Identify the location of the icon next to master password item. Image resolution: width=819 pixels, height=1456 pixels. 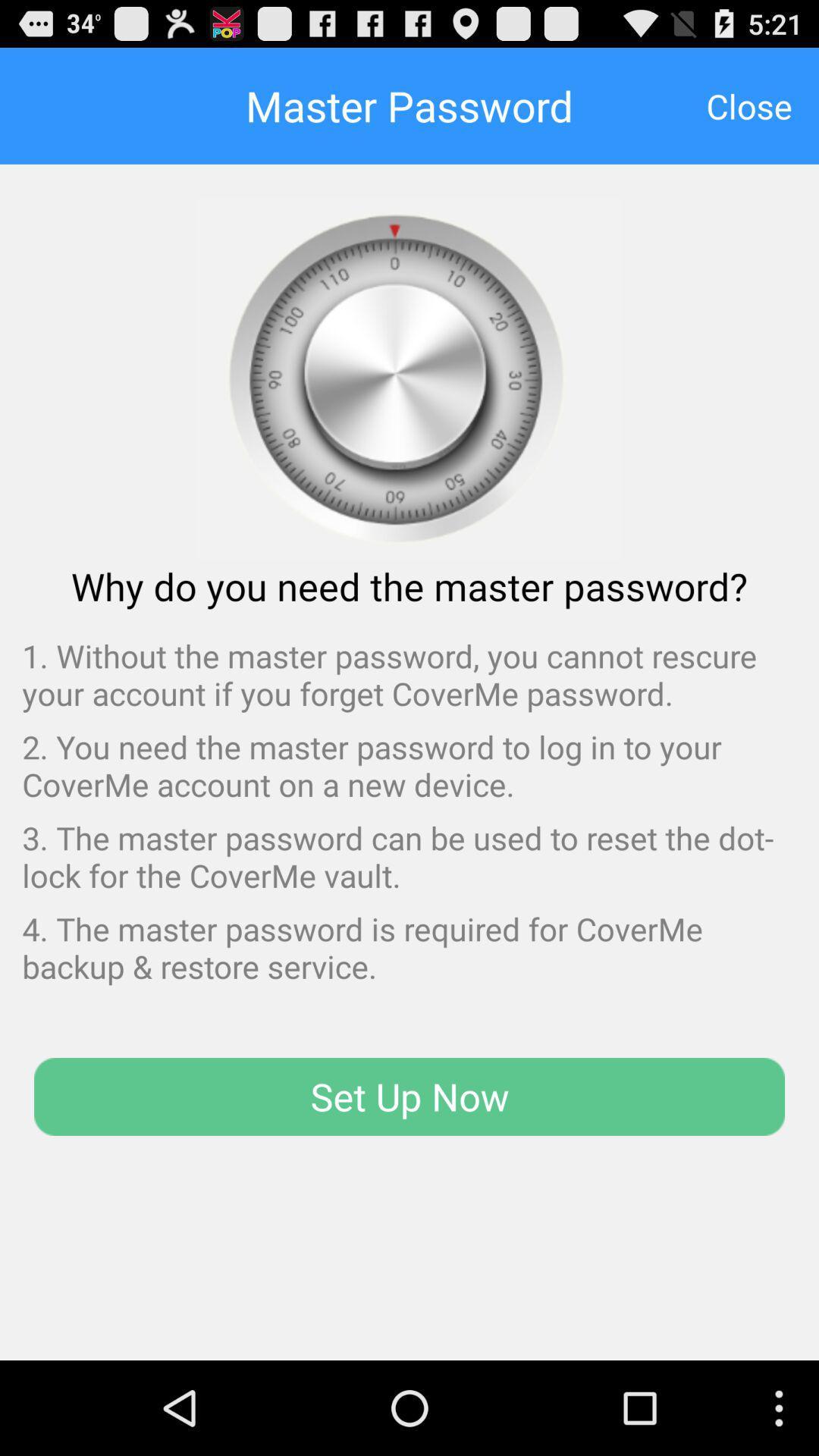
(748, 105).